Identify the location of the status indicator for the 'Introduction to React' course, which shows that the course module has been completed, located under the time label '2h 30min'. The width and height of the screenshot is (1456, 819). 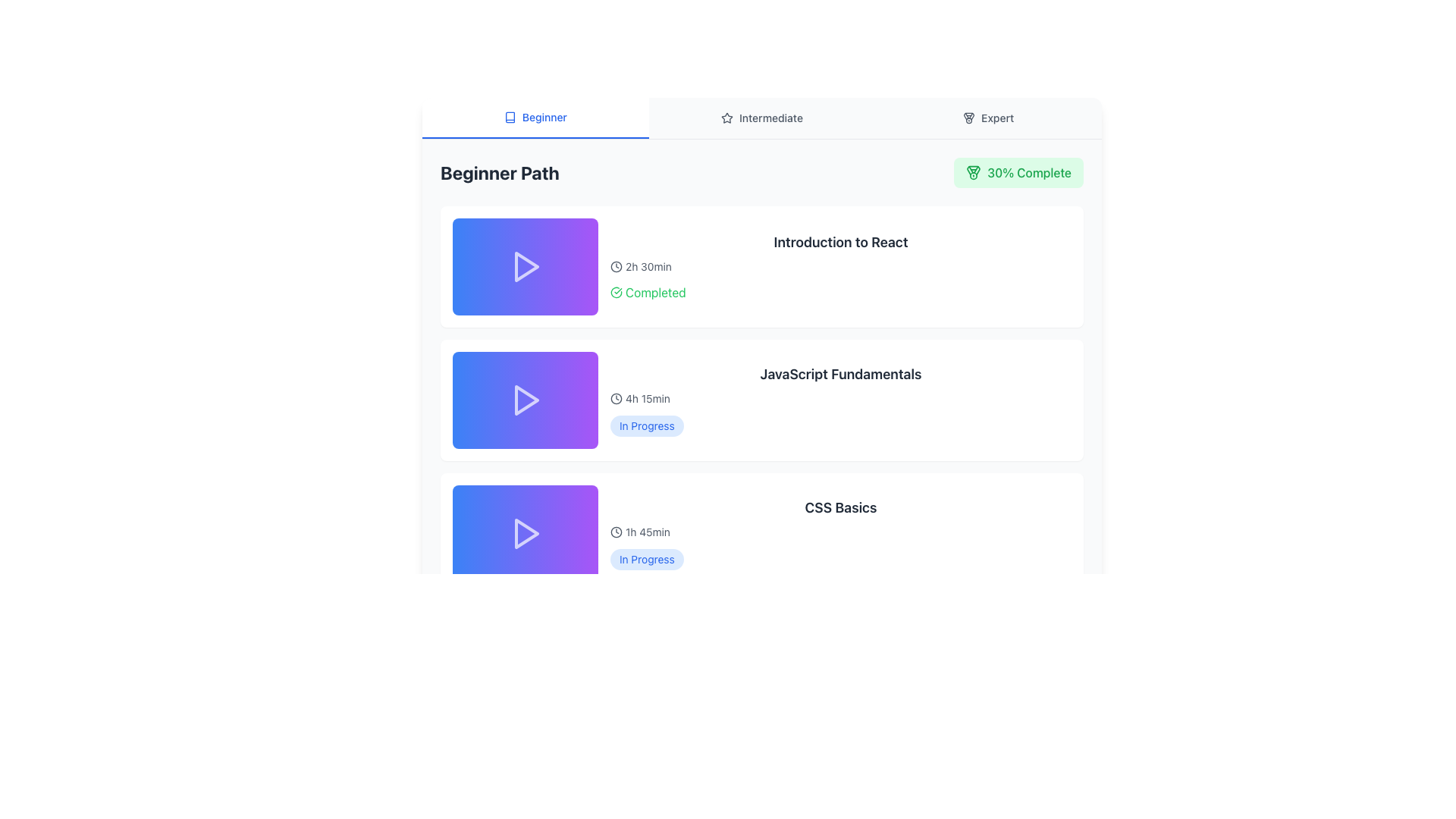
(648, 292).